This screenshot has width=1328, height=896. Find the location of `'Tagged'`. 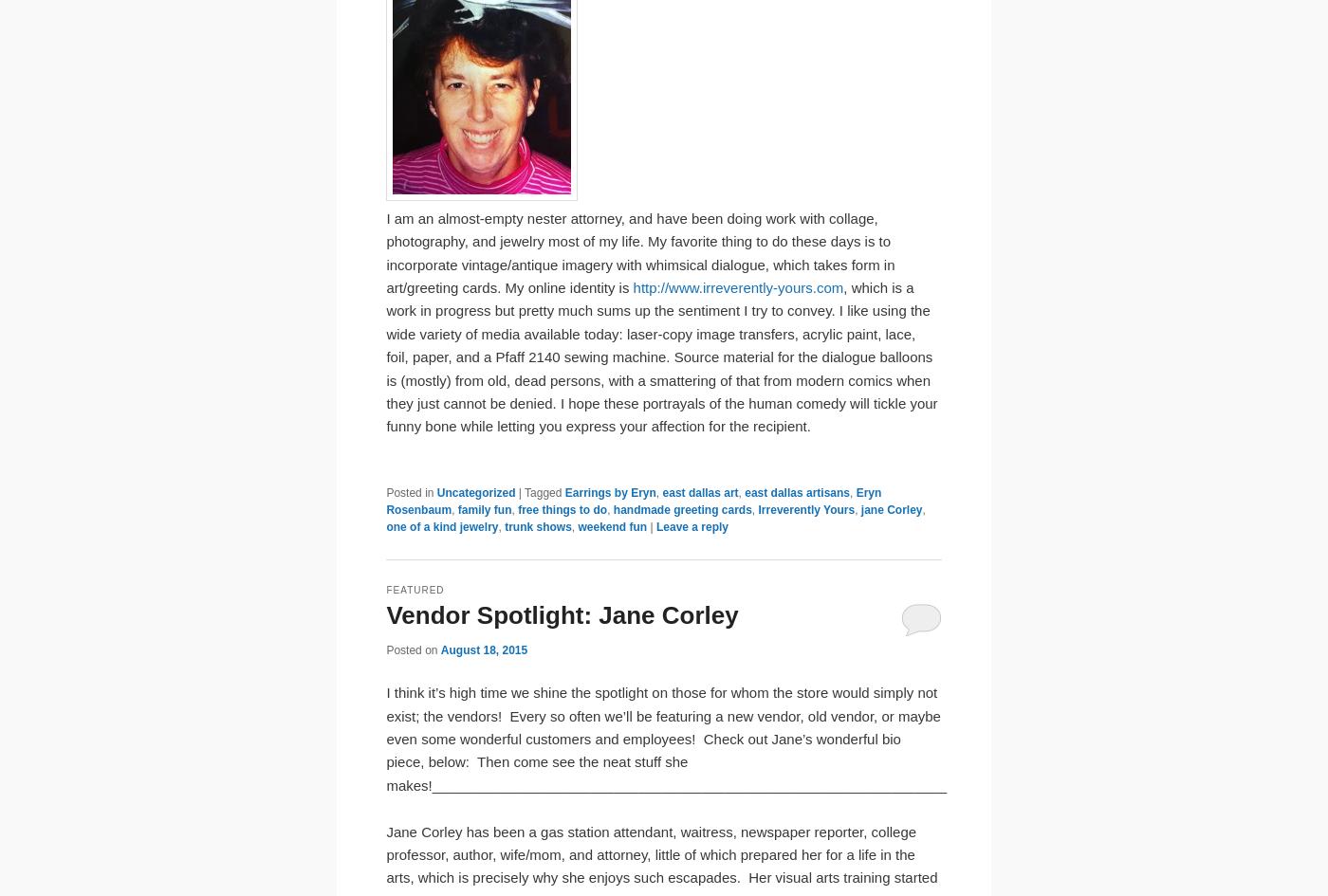

'Tagged' is located at coordinates (543, 492).